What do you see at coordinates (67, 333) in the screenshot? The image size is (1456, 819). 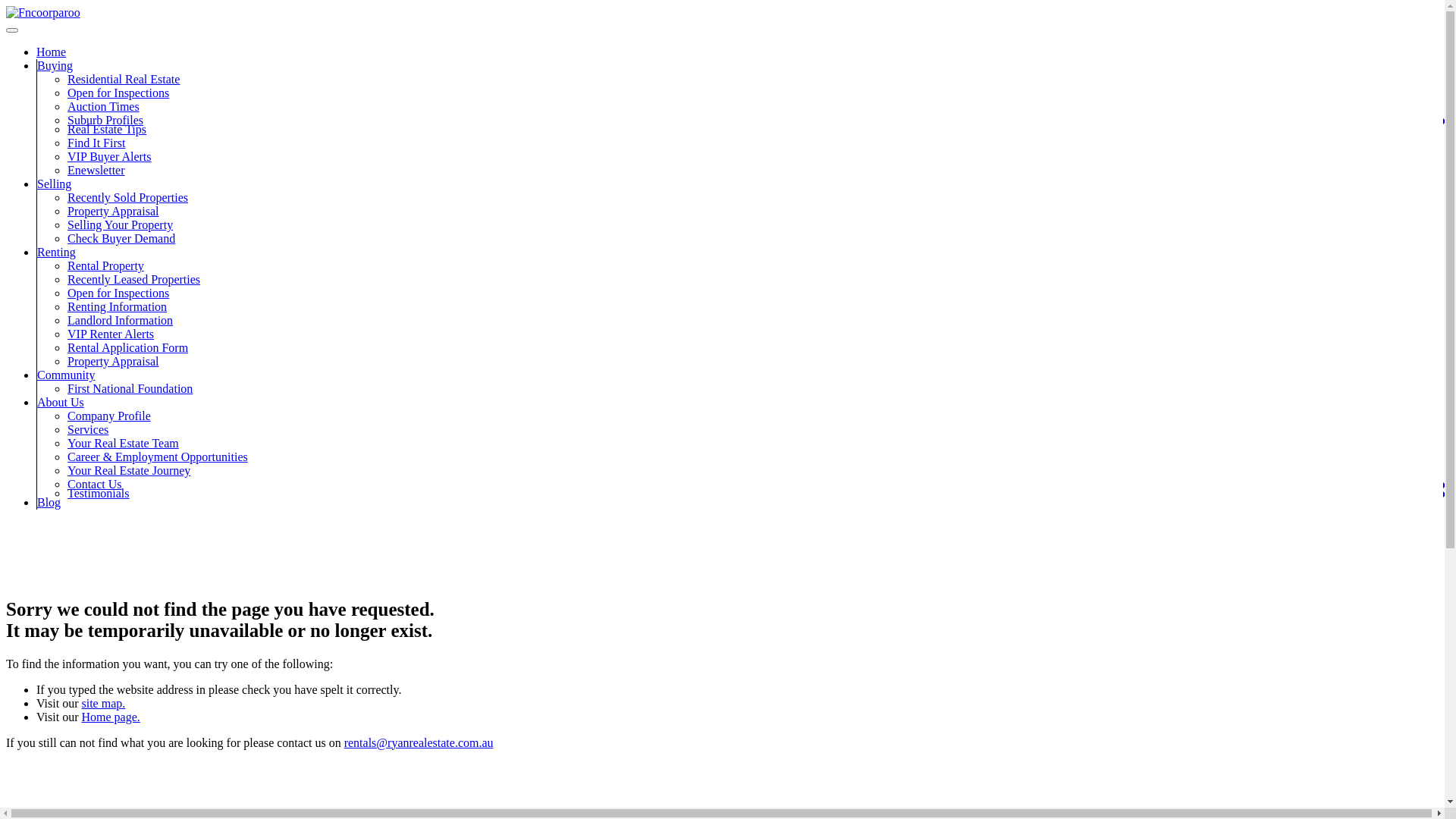 I see `'VIP Renter Alerts'` at bounding box center [67, 333].